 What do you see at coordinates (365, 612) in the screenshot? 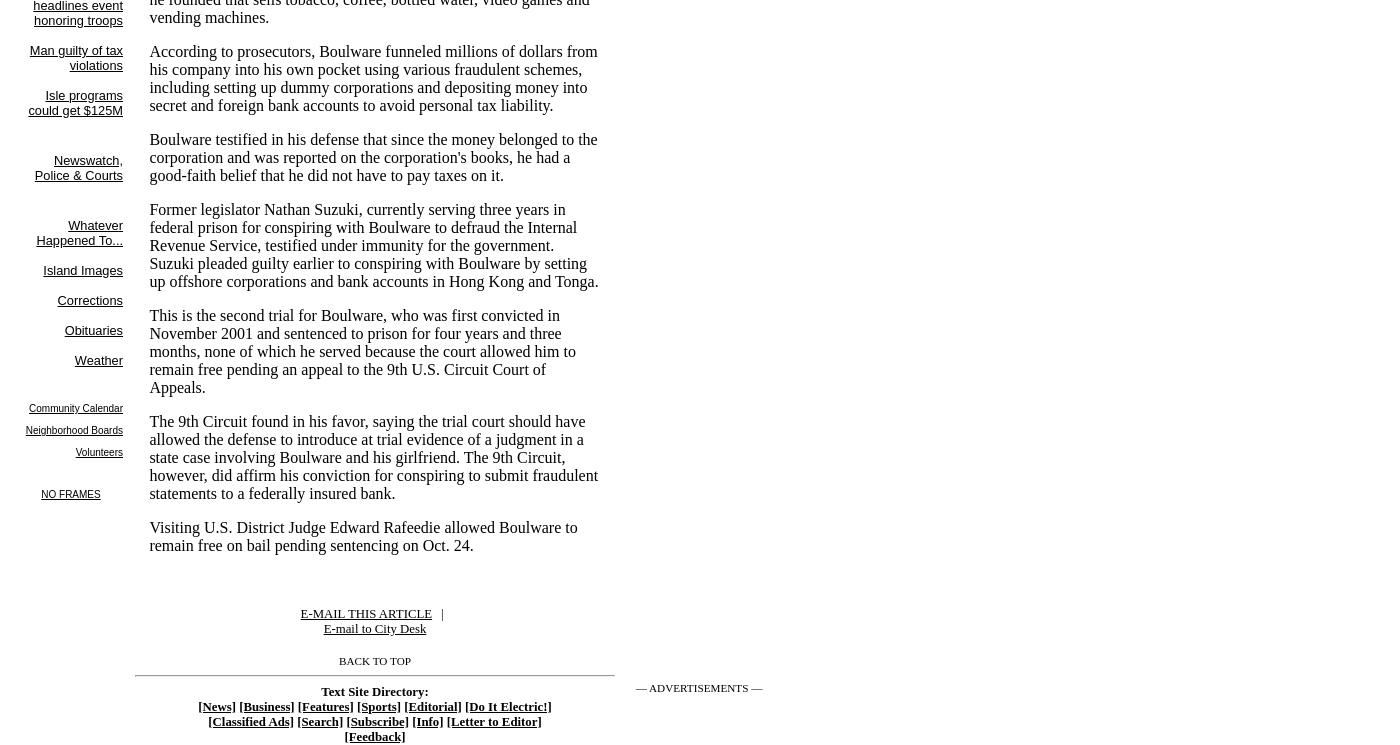
I see `'E-MAIL THIS ARTICLE'` at bounding box center [365, 612].